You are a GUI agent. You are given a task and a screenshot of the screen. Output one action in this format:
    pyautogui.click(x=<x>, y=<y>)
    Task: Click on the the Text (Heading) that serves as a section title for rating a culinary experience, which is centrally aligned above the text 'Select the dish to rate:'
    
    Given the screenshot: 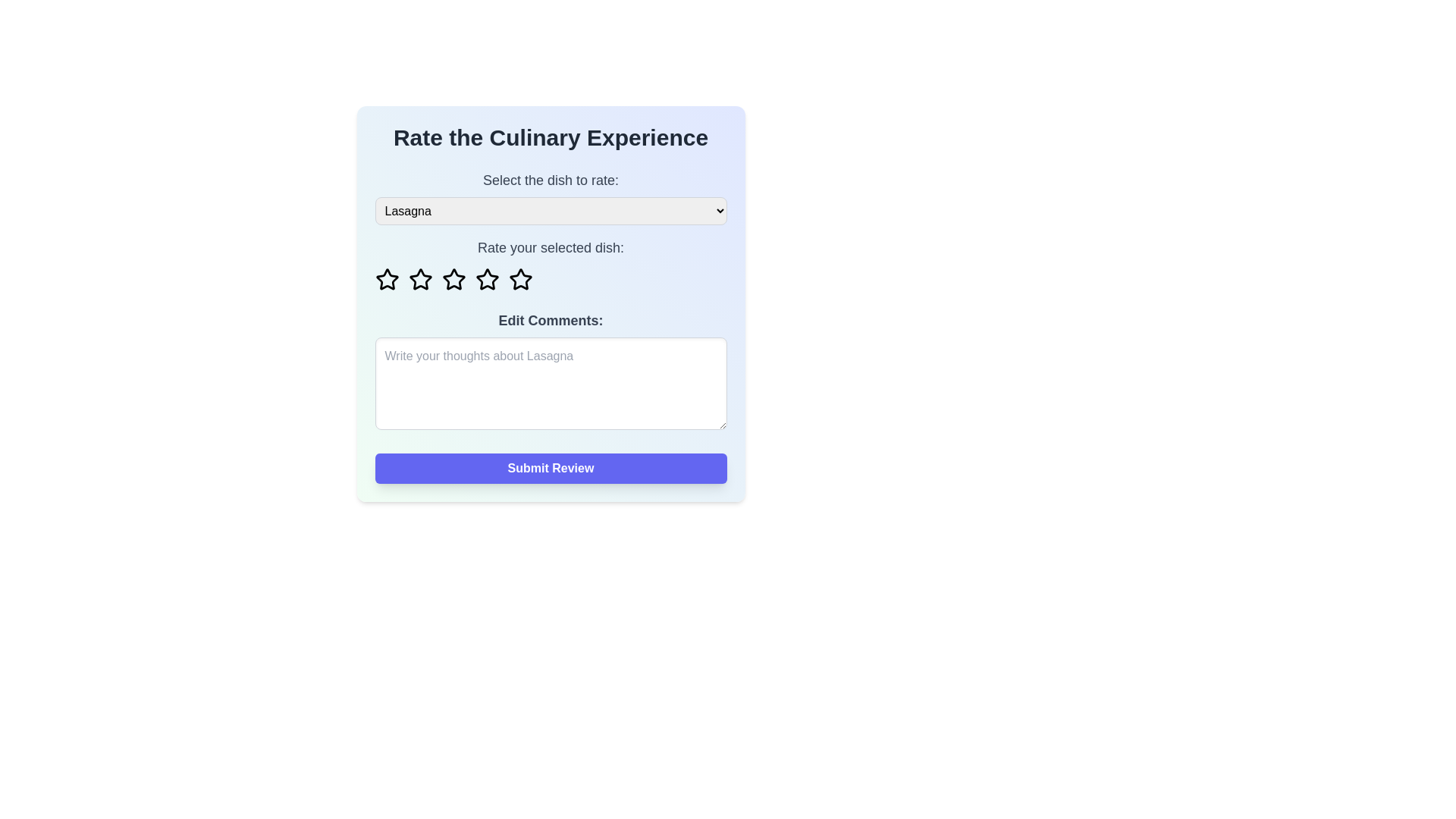 What is the action you would take?
    pyautogui.click(x=550, y=137)
    